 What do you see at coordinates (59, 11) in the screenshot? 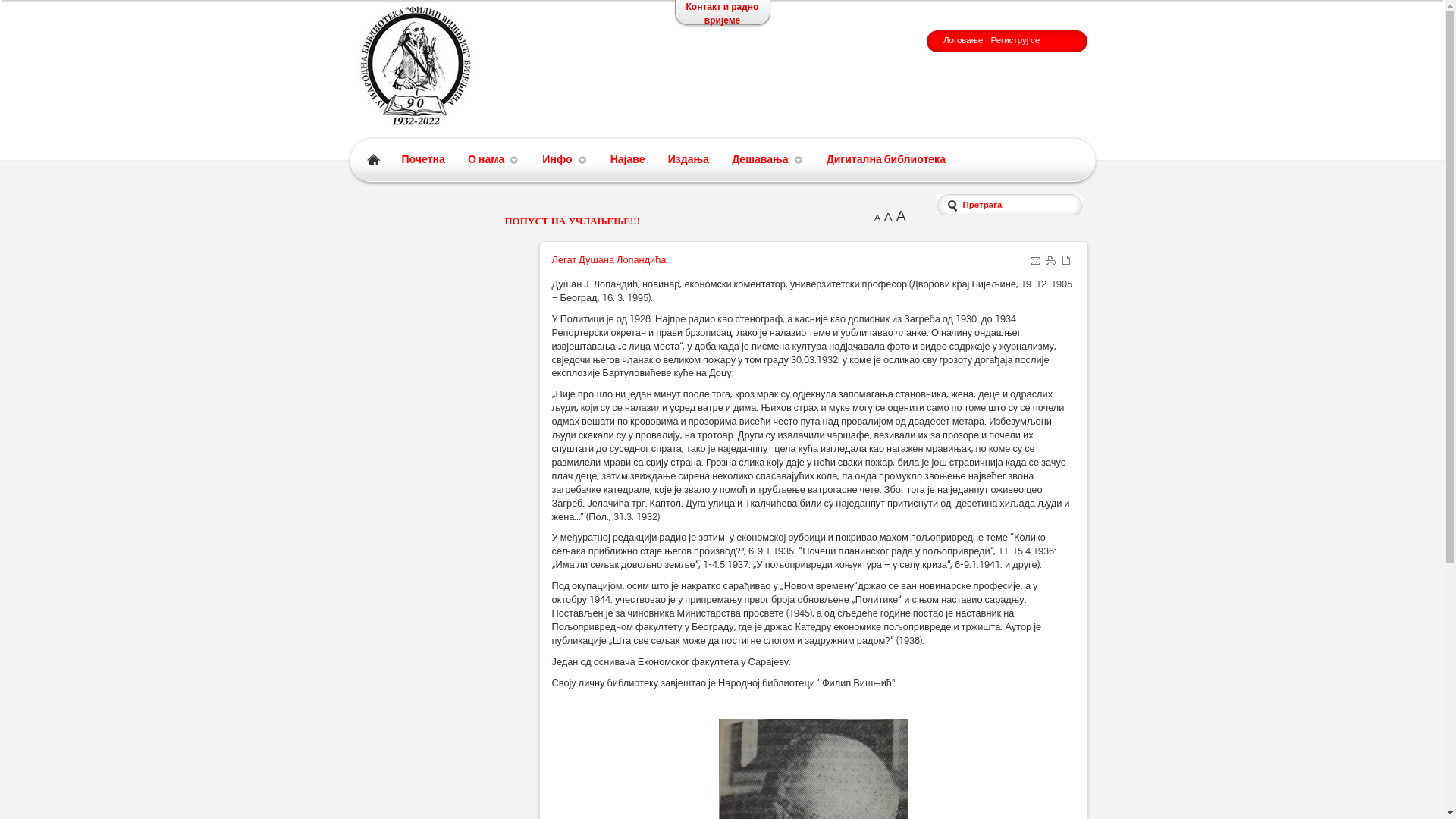
I see `'Search'` at bounding box center [59, 11].